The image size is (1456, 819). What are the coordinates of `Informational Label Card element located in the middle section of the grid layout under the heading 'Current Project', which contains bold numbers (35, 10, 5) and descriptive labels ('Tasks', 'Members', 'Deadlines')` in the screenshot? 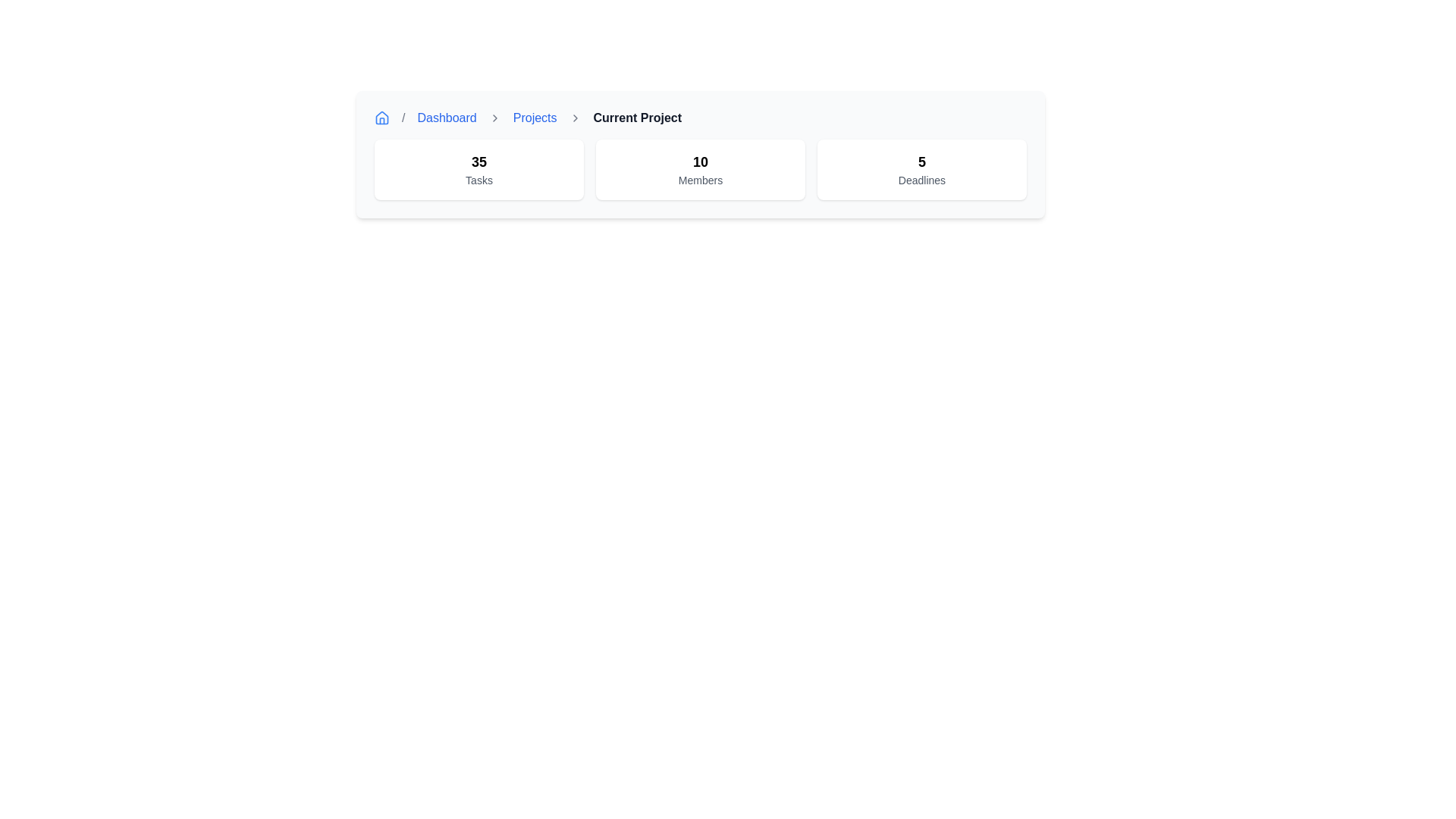 It's located at (700, 155).